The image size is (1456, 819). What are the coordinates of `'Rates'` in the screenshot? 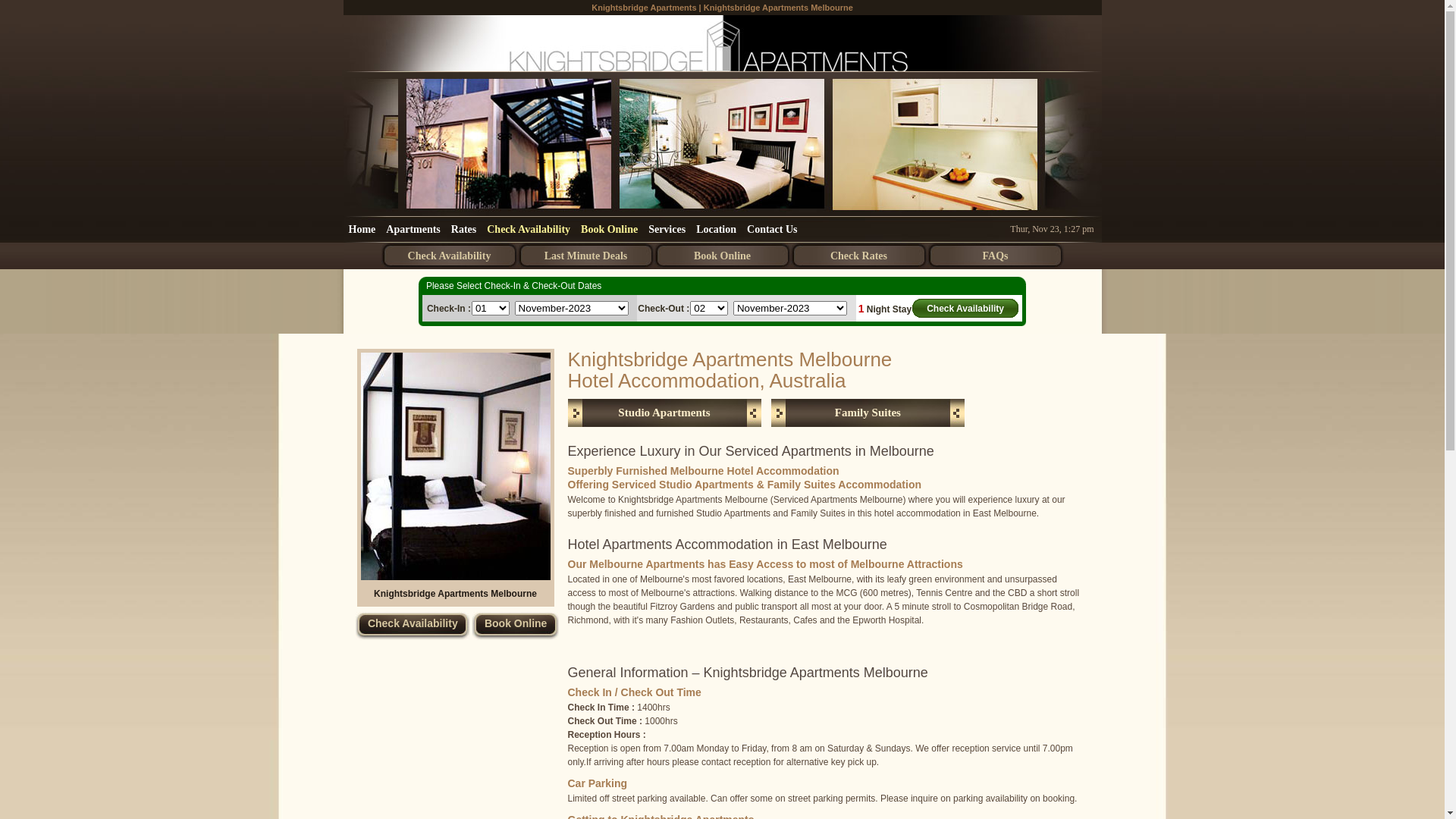 It's located at (445, 229).